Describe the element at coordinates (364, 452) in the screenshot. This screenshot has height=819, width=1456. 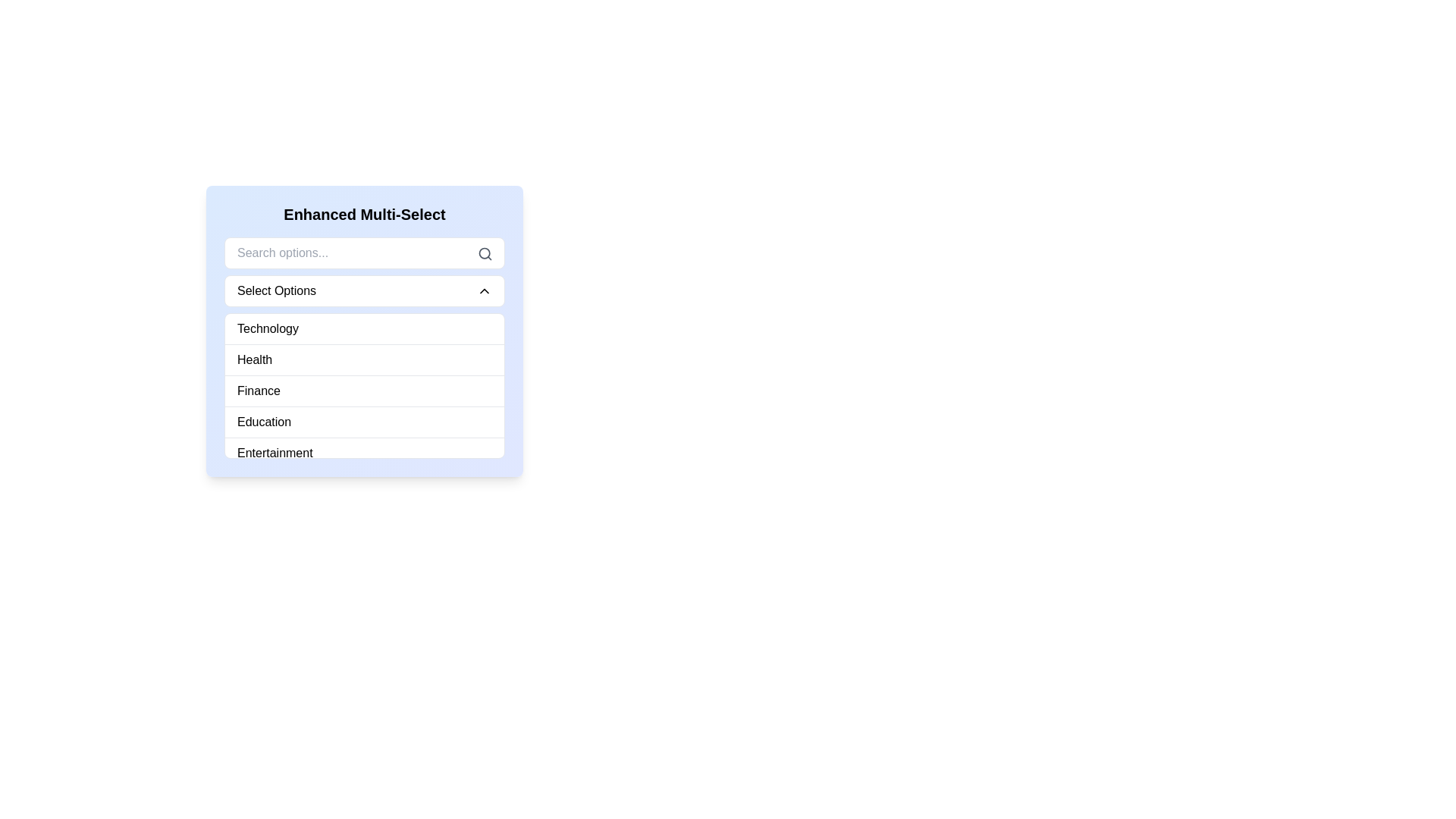
I see `the fifth list item labeled 'Entertainment'` at that location.